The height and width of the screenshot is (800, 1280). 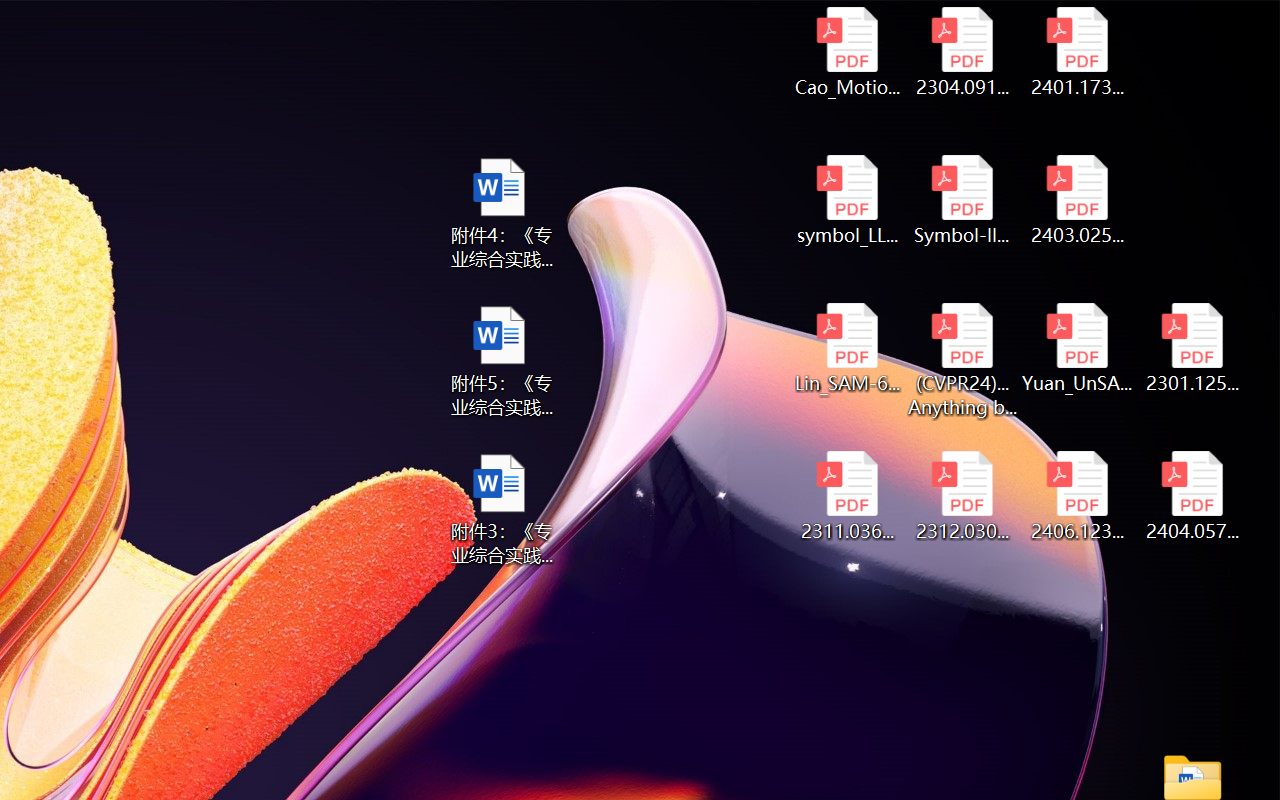 What do you see at coordinates (1076, 200) in the screenshot?
I see `'2403.02502v1.pdf'` at bounding box center [1076, 200].